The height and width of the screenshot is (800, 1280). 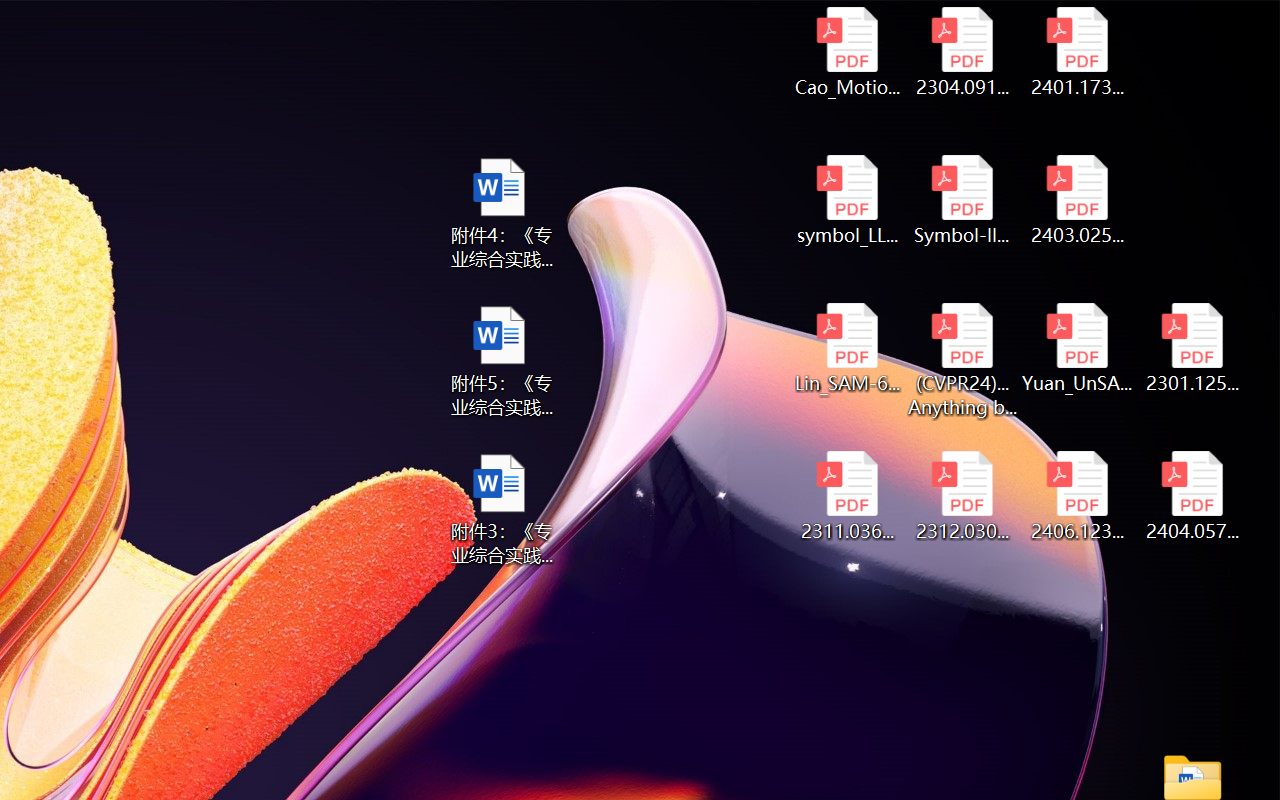 What do you see at coordinates (1076, 200) in the screenshot?
I see `'2403.02502v1.pdf'` at bounding box center [1076, 200].